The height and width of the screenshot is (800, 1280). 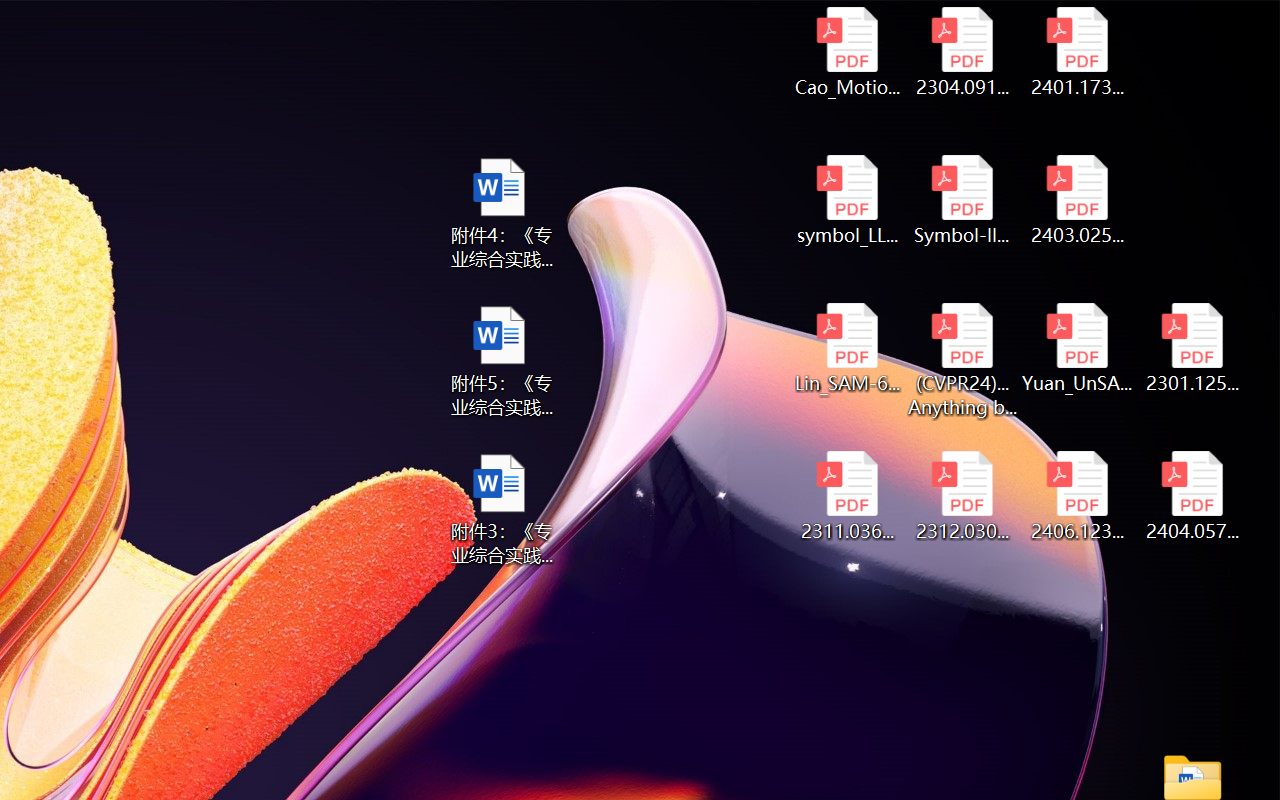 What do you see at coordinates (1076, 200) in the screenshot?
I see `'2403.02502v1.pdf'` at bounding box center [1076, 200].